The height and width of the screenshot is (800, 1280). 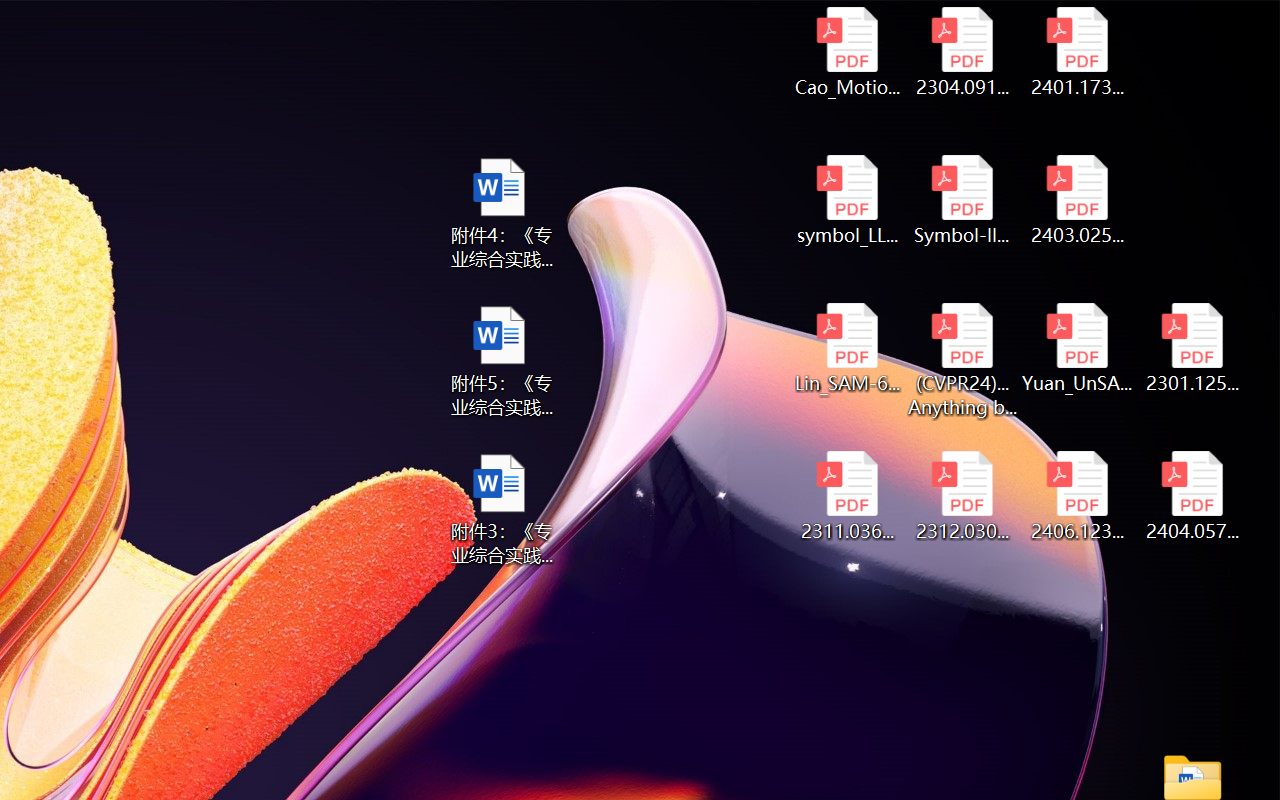 What do you see at coordinates (1076, 200) in the screenshot?
I see `'2403.02502v1.pdf'` at bounding box center [1076, 200].